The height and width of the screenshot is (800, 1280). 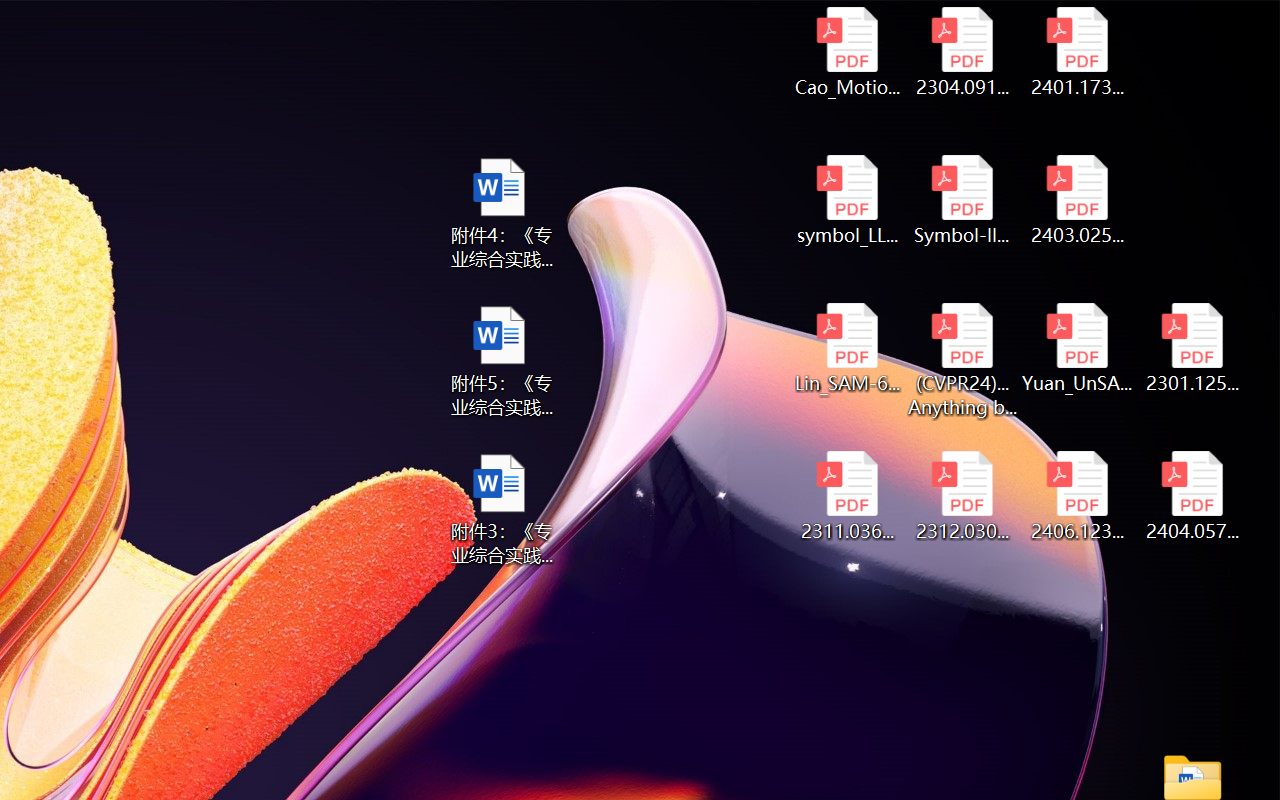 What do you see at coordinates (1076, 200) in the screenshot?
I see `'2403.02502v1.pdf'` at bounding box center [1076, 200].